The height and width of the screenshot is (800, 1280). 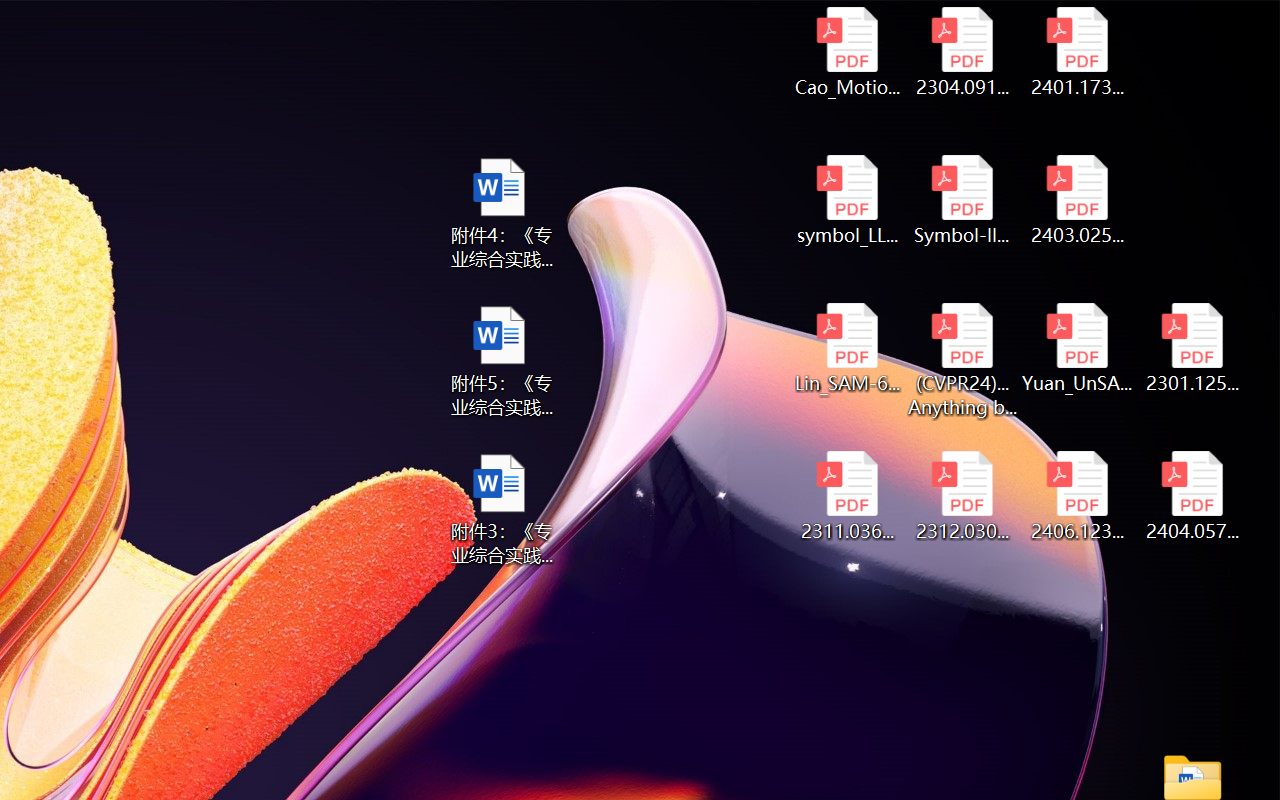 What do you see at coordinates (1076, 200) in the screenshot?
I see `'2403.02502v1.pdf'` at bounding box center [1076, 200].